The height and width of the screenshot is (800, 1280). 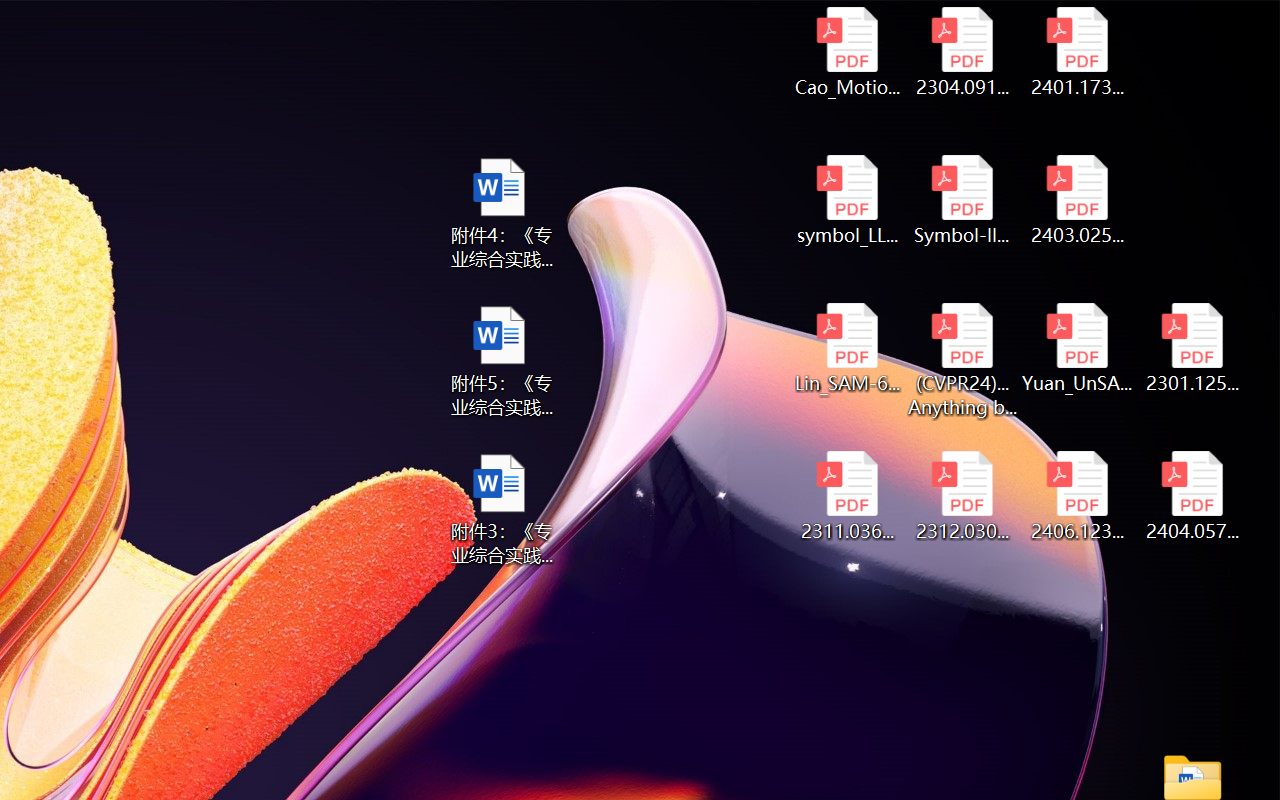 What do you see at coordinates (1076, 200) in the screenshot?
I see `'2403.02502v1.pdf'` at bounding box center [1076, 200].